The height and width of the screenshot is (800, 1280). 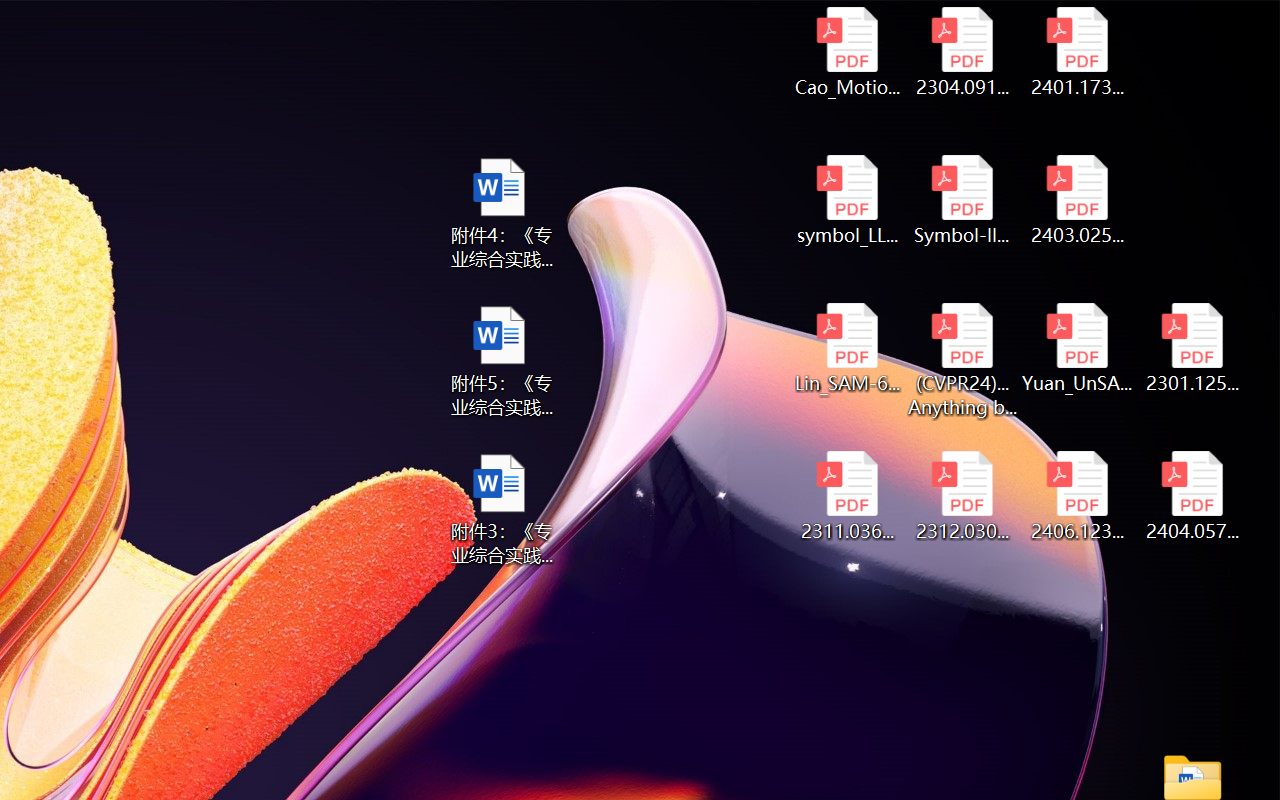 What do you see at coordinates (1076, 200) in the screenshot?
I see `'2403.02502v1.pdf'` at bounding box center [1076, 200].